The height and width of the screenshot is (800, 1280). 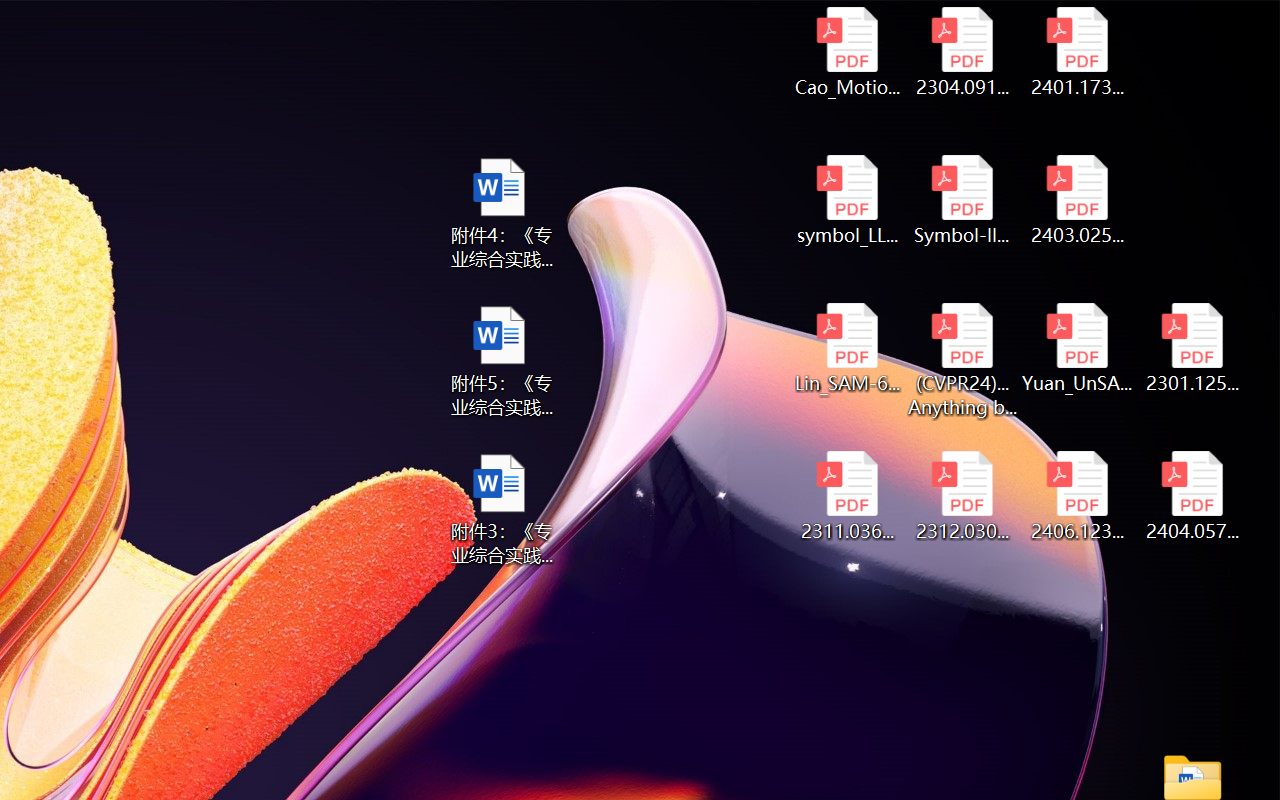 What do you see at coordinates (1076, 200) in the screenshot?
I see `'2403.02502v1.pdf'` at bounding box center [1076, 200].